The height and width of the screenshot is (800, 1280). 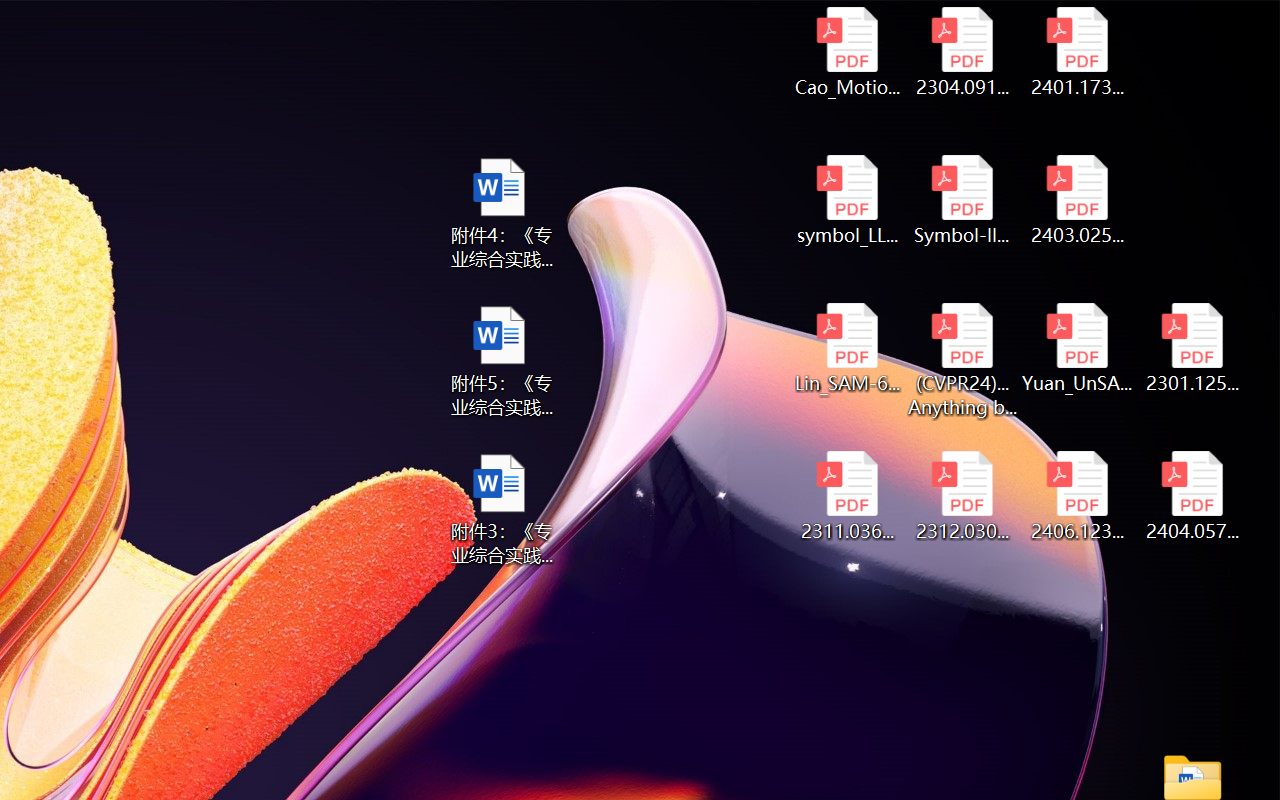 What do you see at coordinates (1076, 200) in the screenshot?
I see `'2403.02502v1.pdf'` at bounding box center [1076, 200].